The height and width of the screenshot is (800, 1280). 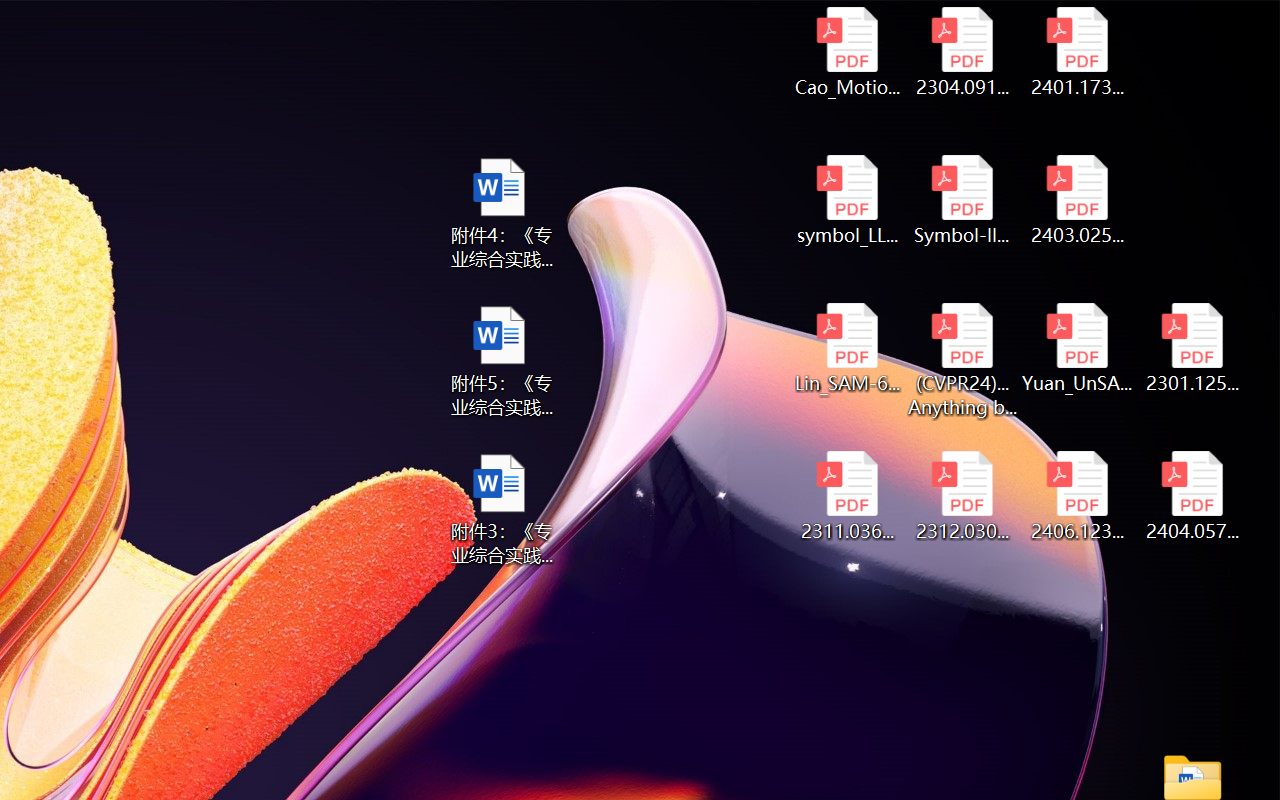 What do you see at coordinates (1076, 200) in the screenshot?
I see `'2403.02502v1.pdf'` at bounding box center [1076, 200].